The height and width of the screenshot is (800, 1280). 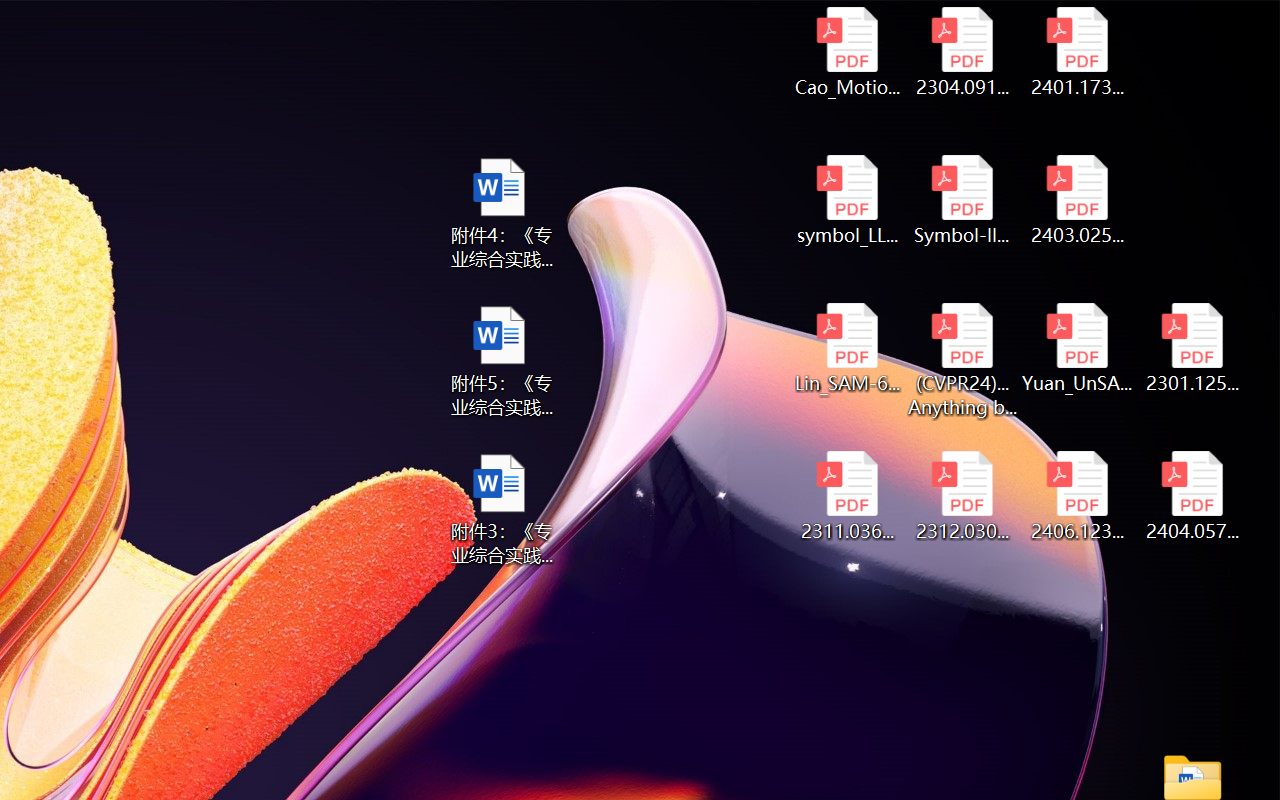 What do you see at coordinates (1076, 200) in the screenshot?
I see `'2403.02502v1.pdf'` at bounding box center [1076, 200].